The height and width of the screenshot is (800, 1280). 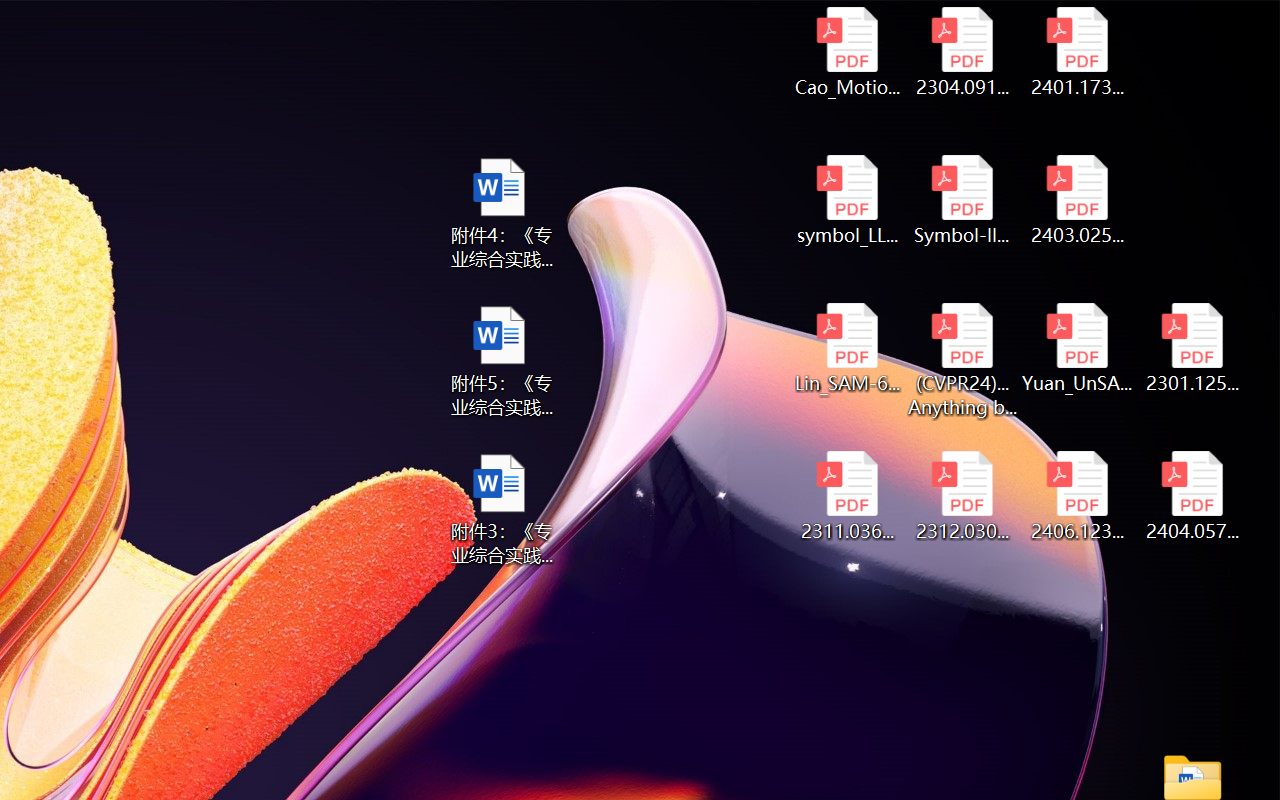 What do you see at coordinates (1076, 200) in the screenshot?
I see `'2403.02502v1.pdf'` at bounding box center [1076, 200].